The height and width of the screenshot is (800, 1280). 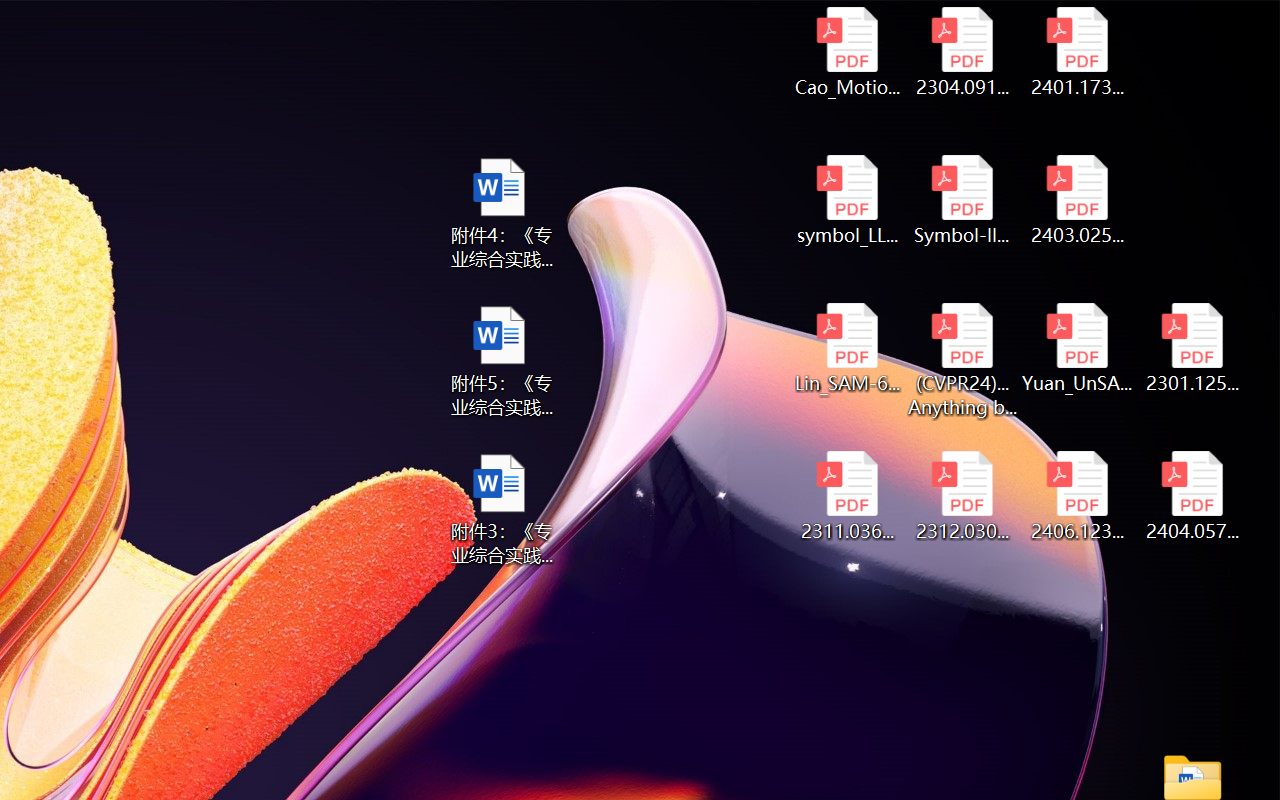 What do you see at coordinates (1076, 200) in the screenshot?
I see `'2403.02502v1.pdf'` at bounding box center [1076, 200].